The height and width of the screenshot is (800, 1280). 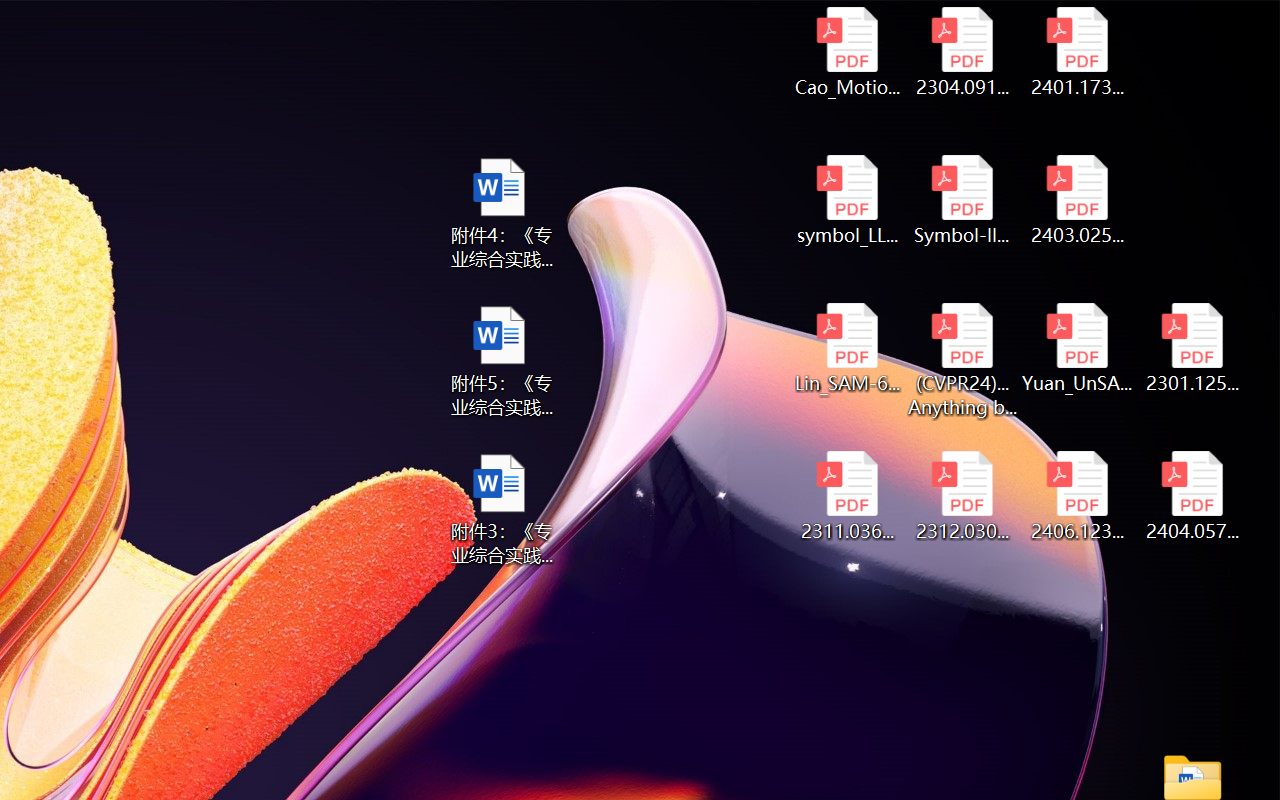 What do you see at coordinates (1076, 200) in the screenshot?
I see `'2403.02502v1.pdf'` at bounding box center [1076, 200].